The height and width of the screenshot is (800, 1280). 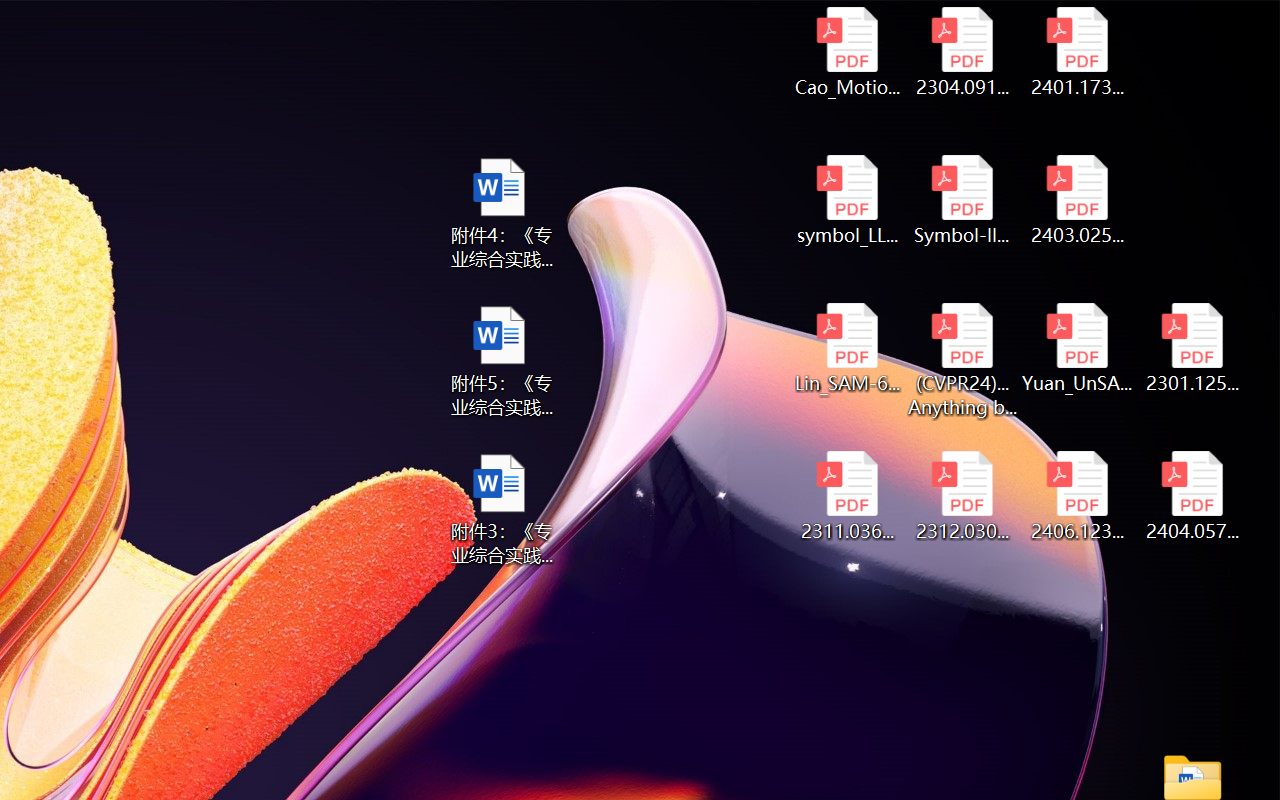 What do you see at coordinates (1076, 200) in the screenshot?
I see `'2403.02502v1.pdf'` at bounding box center [1076, 200].